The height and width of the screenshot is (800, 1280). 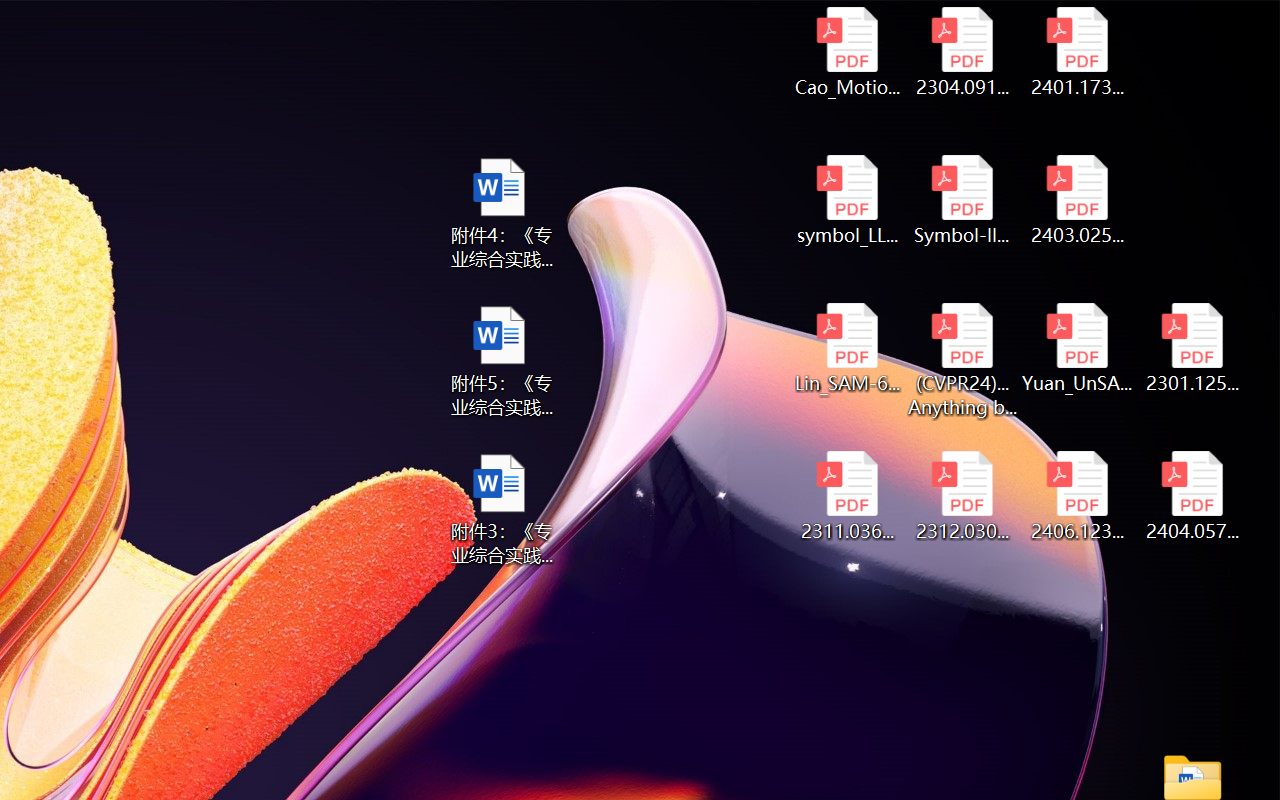 What do you see at coordinates (1076, 200) in the screenshot?
I see `'2403.02502v1.pdf'` at bounding box center [1076, 200].